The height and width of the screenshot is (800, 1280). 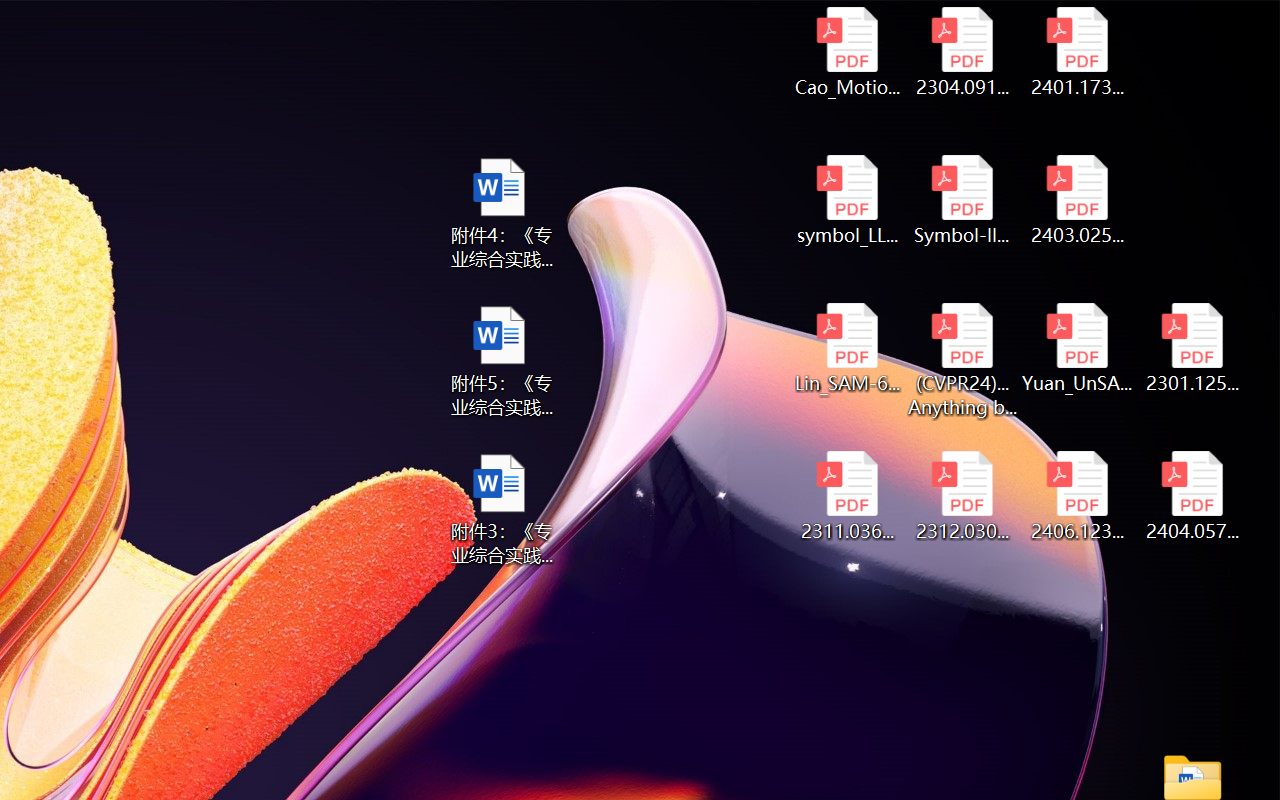 What do you see at coordinates (1076, 200) in the screenshot?
I see `'2403.02502v1.pdf'` at bounding box center [1076, 200].